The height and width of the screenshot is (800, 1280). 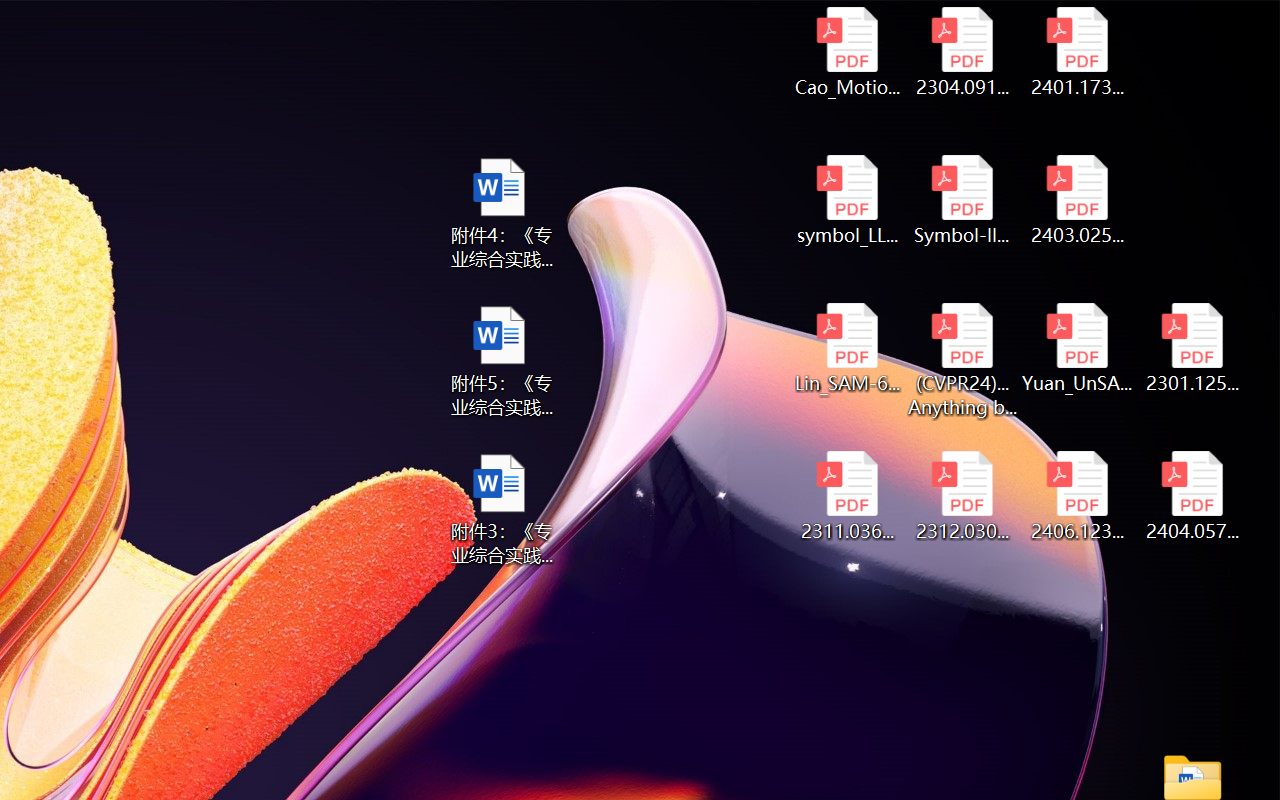 What do you see at coordinates (1076, 200) in the screenshot?
I see `'2403.02502v1.pdf'` at bounding box center [1076, 200].